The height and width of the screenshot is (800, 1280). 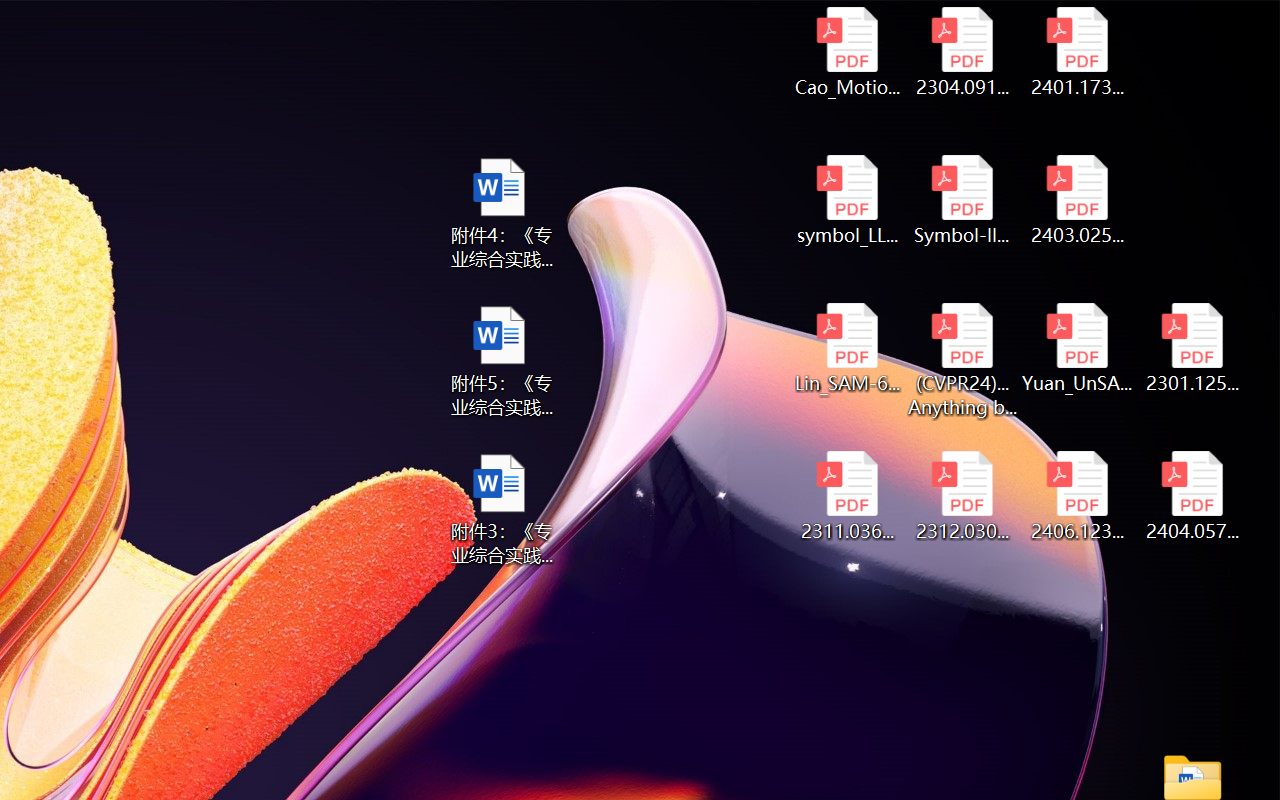 What do you see at coordinates (1076, 200) in the screenshot?
I see `'2403.02502v1.pdf'` at bounding box center [1076, 200].